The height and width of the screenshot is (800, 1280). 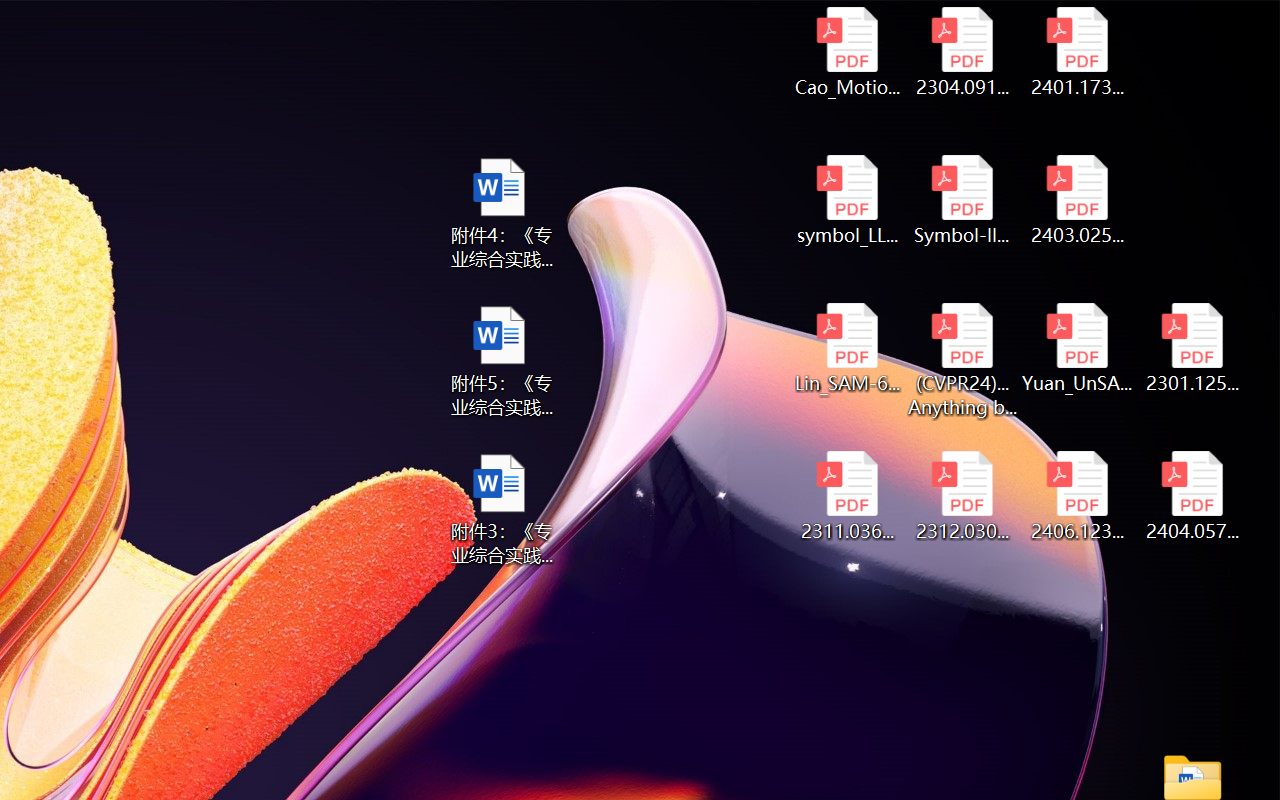 What do you see at coordinates (1076, 200) in the screenshot?
I see `'2403.02502v1.pdf'` at bounding box center [1076, 200].